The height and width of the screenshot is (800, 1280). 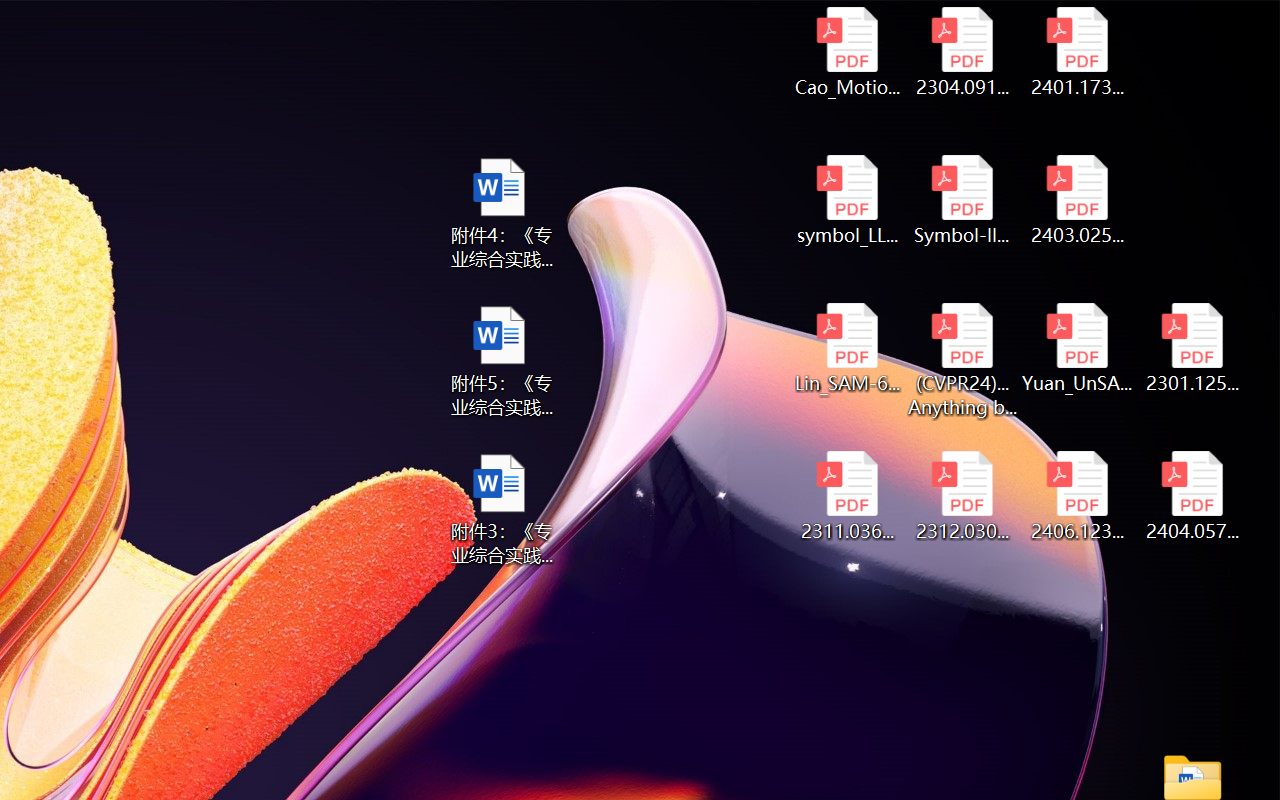 What do you see at coordinates (1076, 200) in the screenshot?
I see `'2403.02502v1.pdf'` at bounding box center [1076, 200].